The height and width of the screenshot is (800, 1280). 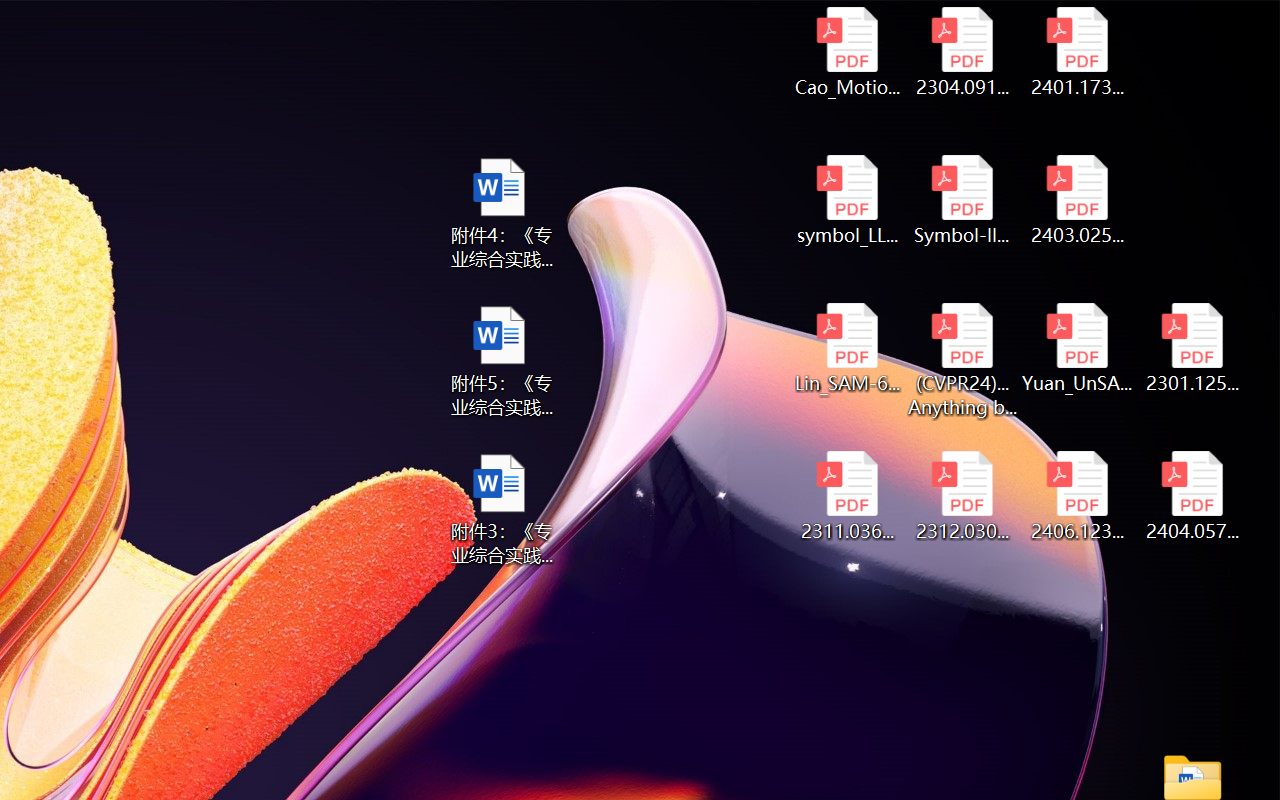 What do you see at coordinates (1076, 200) in the screenshot?
I see `'2403.02502v1.pdf'` at bounding box center [1076, 200].